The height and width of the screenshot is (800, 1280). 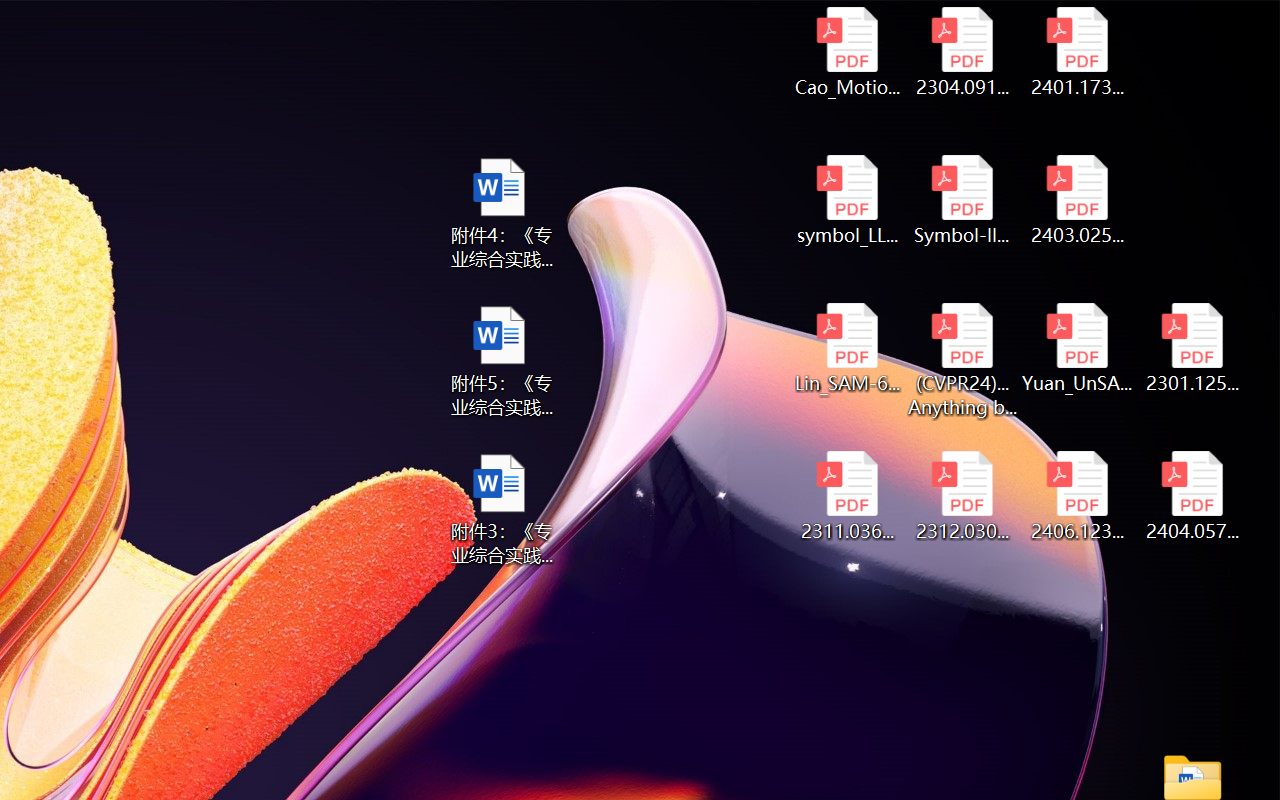 What do you see at coordinates (1076, 200) in the screenshot?
I see `'2403.02502v1.pdf'` at bounding box center [1076, 200].